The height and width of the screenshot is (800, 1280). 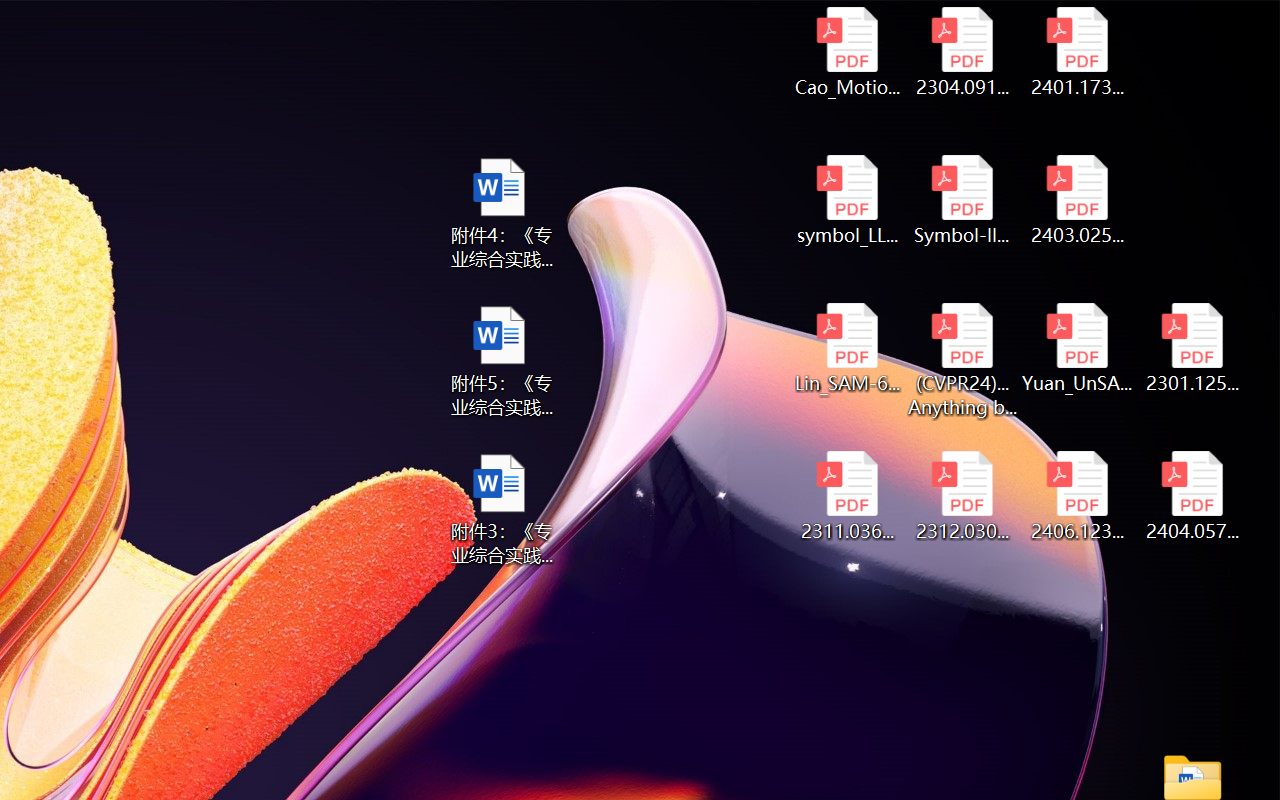 What do you see at coordinates (1076, 200) in the screenshot?
I see `'2403.02502v1.pdf'` at bounding box center [1076, 200].